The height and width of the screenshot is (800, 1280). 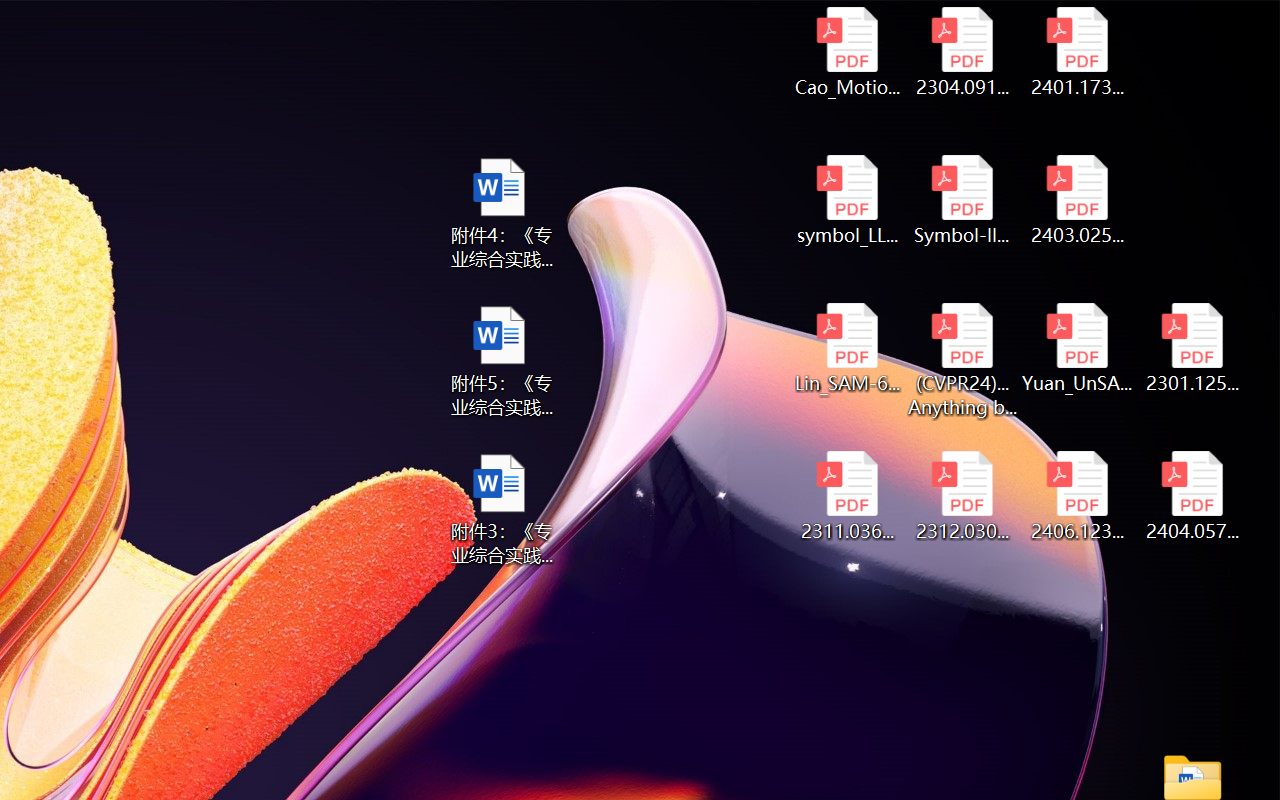 What do you see at coordinates (1076, 200) in the screenshot?
I see `'2403.02502v1.pdf'` at bounding box center [1076, 200].